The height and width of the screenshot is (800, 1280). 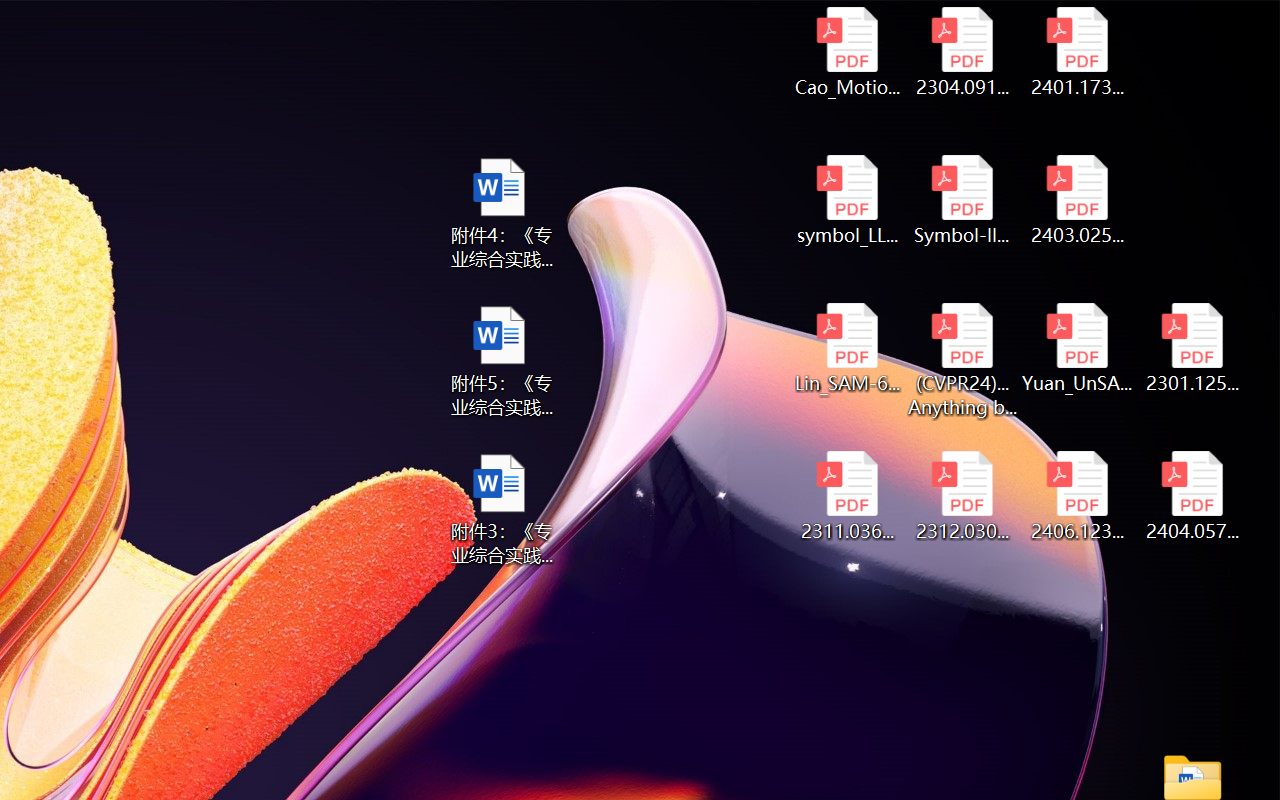 What do you see at coordinates (1076, 200) in the screenshot?
I see `'2403.02502v1.pdf'` at bounding box center [1076, 200].